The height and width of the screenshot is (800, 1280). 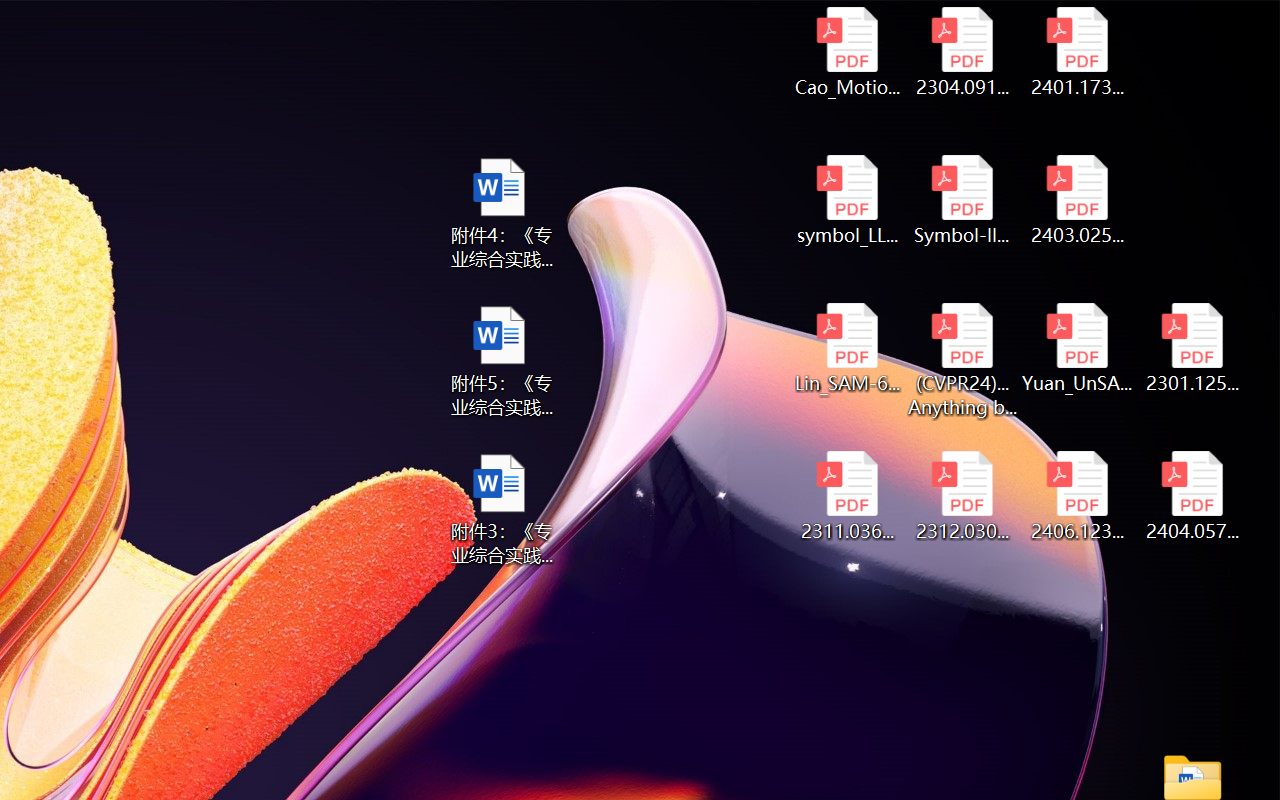 What do you see at coordinates (1076, 200) in the screenshot?
I see `'2403.02502v1.pdf'` at bounding box center [1076, 200].